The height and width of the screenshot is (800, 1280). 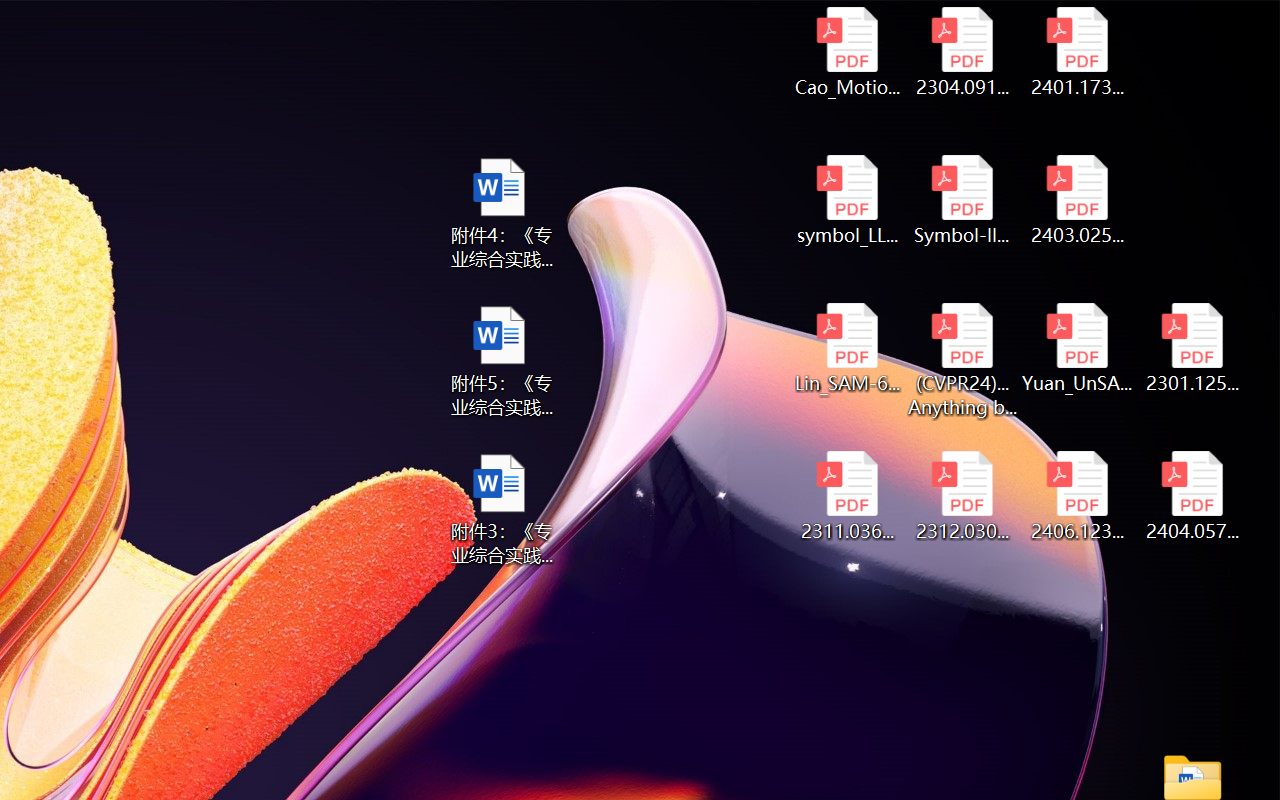 What do you see at coordinates (1076, 200) in the screenshot?
I see `'2403.02502v1.pdf'` at bounding box center [1076, 200].